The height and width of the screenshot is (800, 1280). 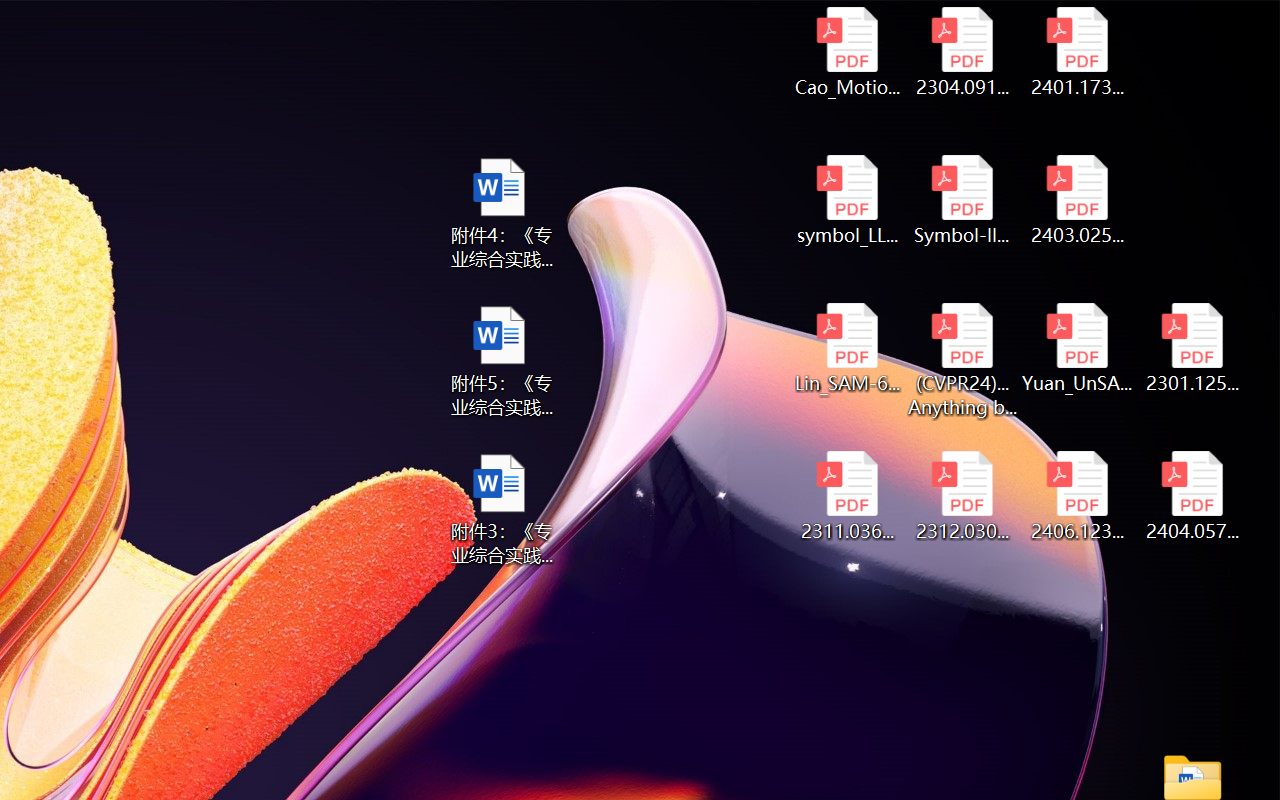 What do you see at coordinates (1076, 200) in the screenshot?
I see `'2403.02502v1.pdf'` at bounding box center [1076, 200].